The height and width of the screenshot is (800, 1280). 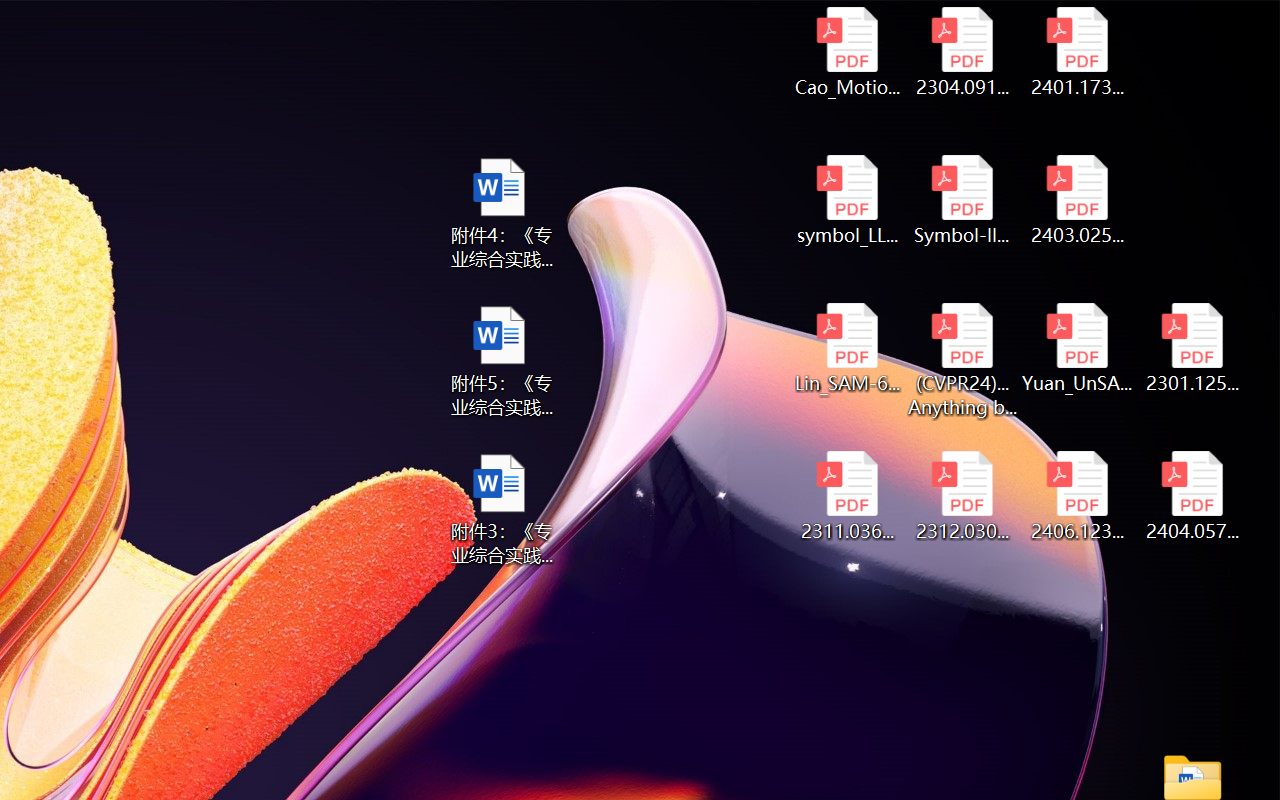 What do you see at coordinates (1076, 200) in the screenshot?
I see `'2403.02502v1.pdf'` at bounding box center [1076, 200].